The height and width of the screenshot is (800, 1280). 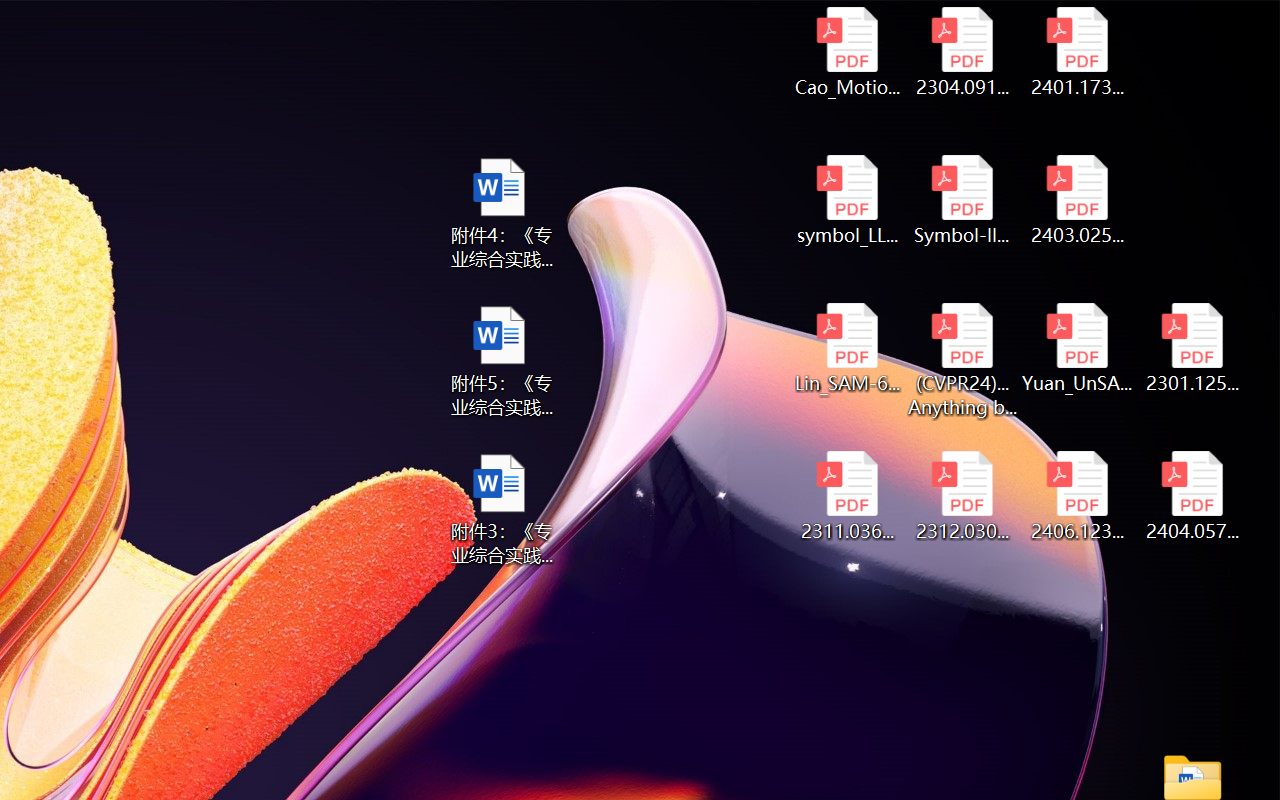 What do you see at coordinates (1076, 200) in the screenshot?
I see `'2403.02502v1.pdf'` at bounding box center [1076, 200].